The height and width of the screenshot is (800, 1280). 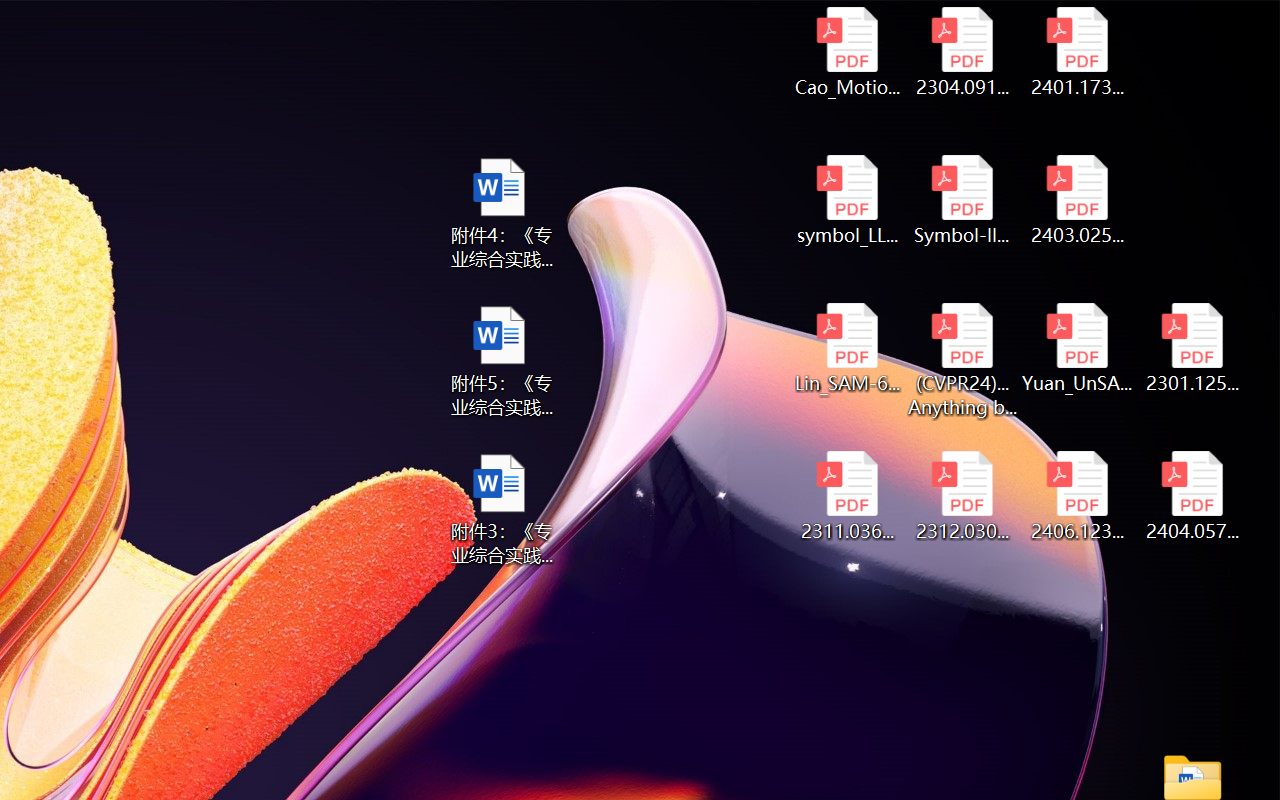 What do you see at coordinates (1076, 200) in the screenshot?
I see `'2403.02502v1.pdf'` at bounding box center [1076, 200].